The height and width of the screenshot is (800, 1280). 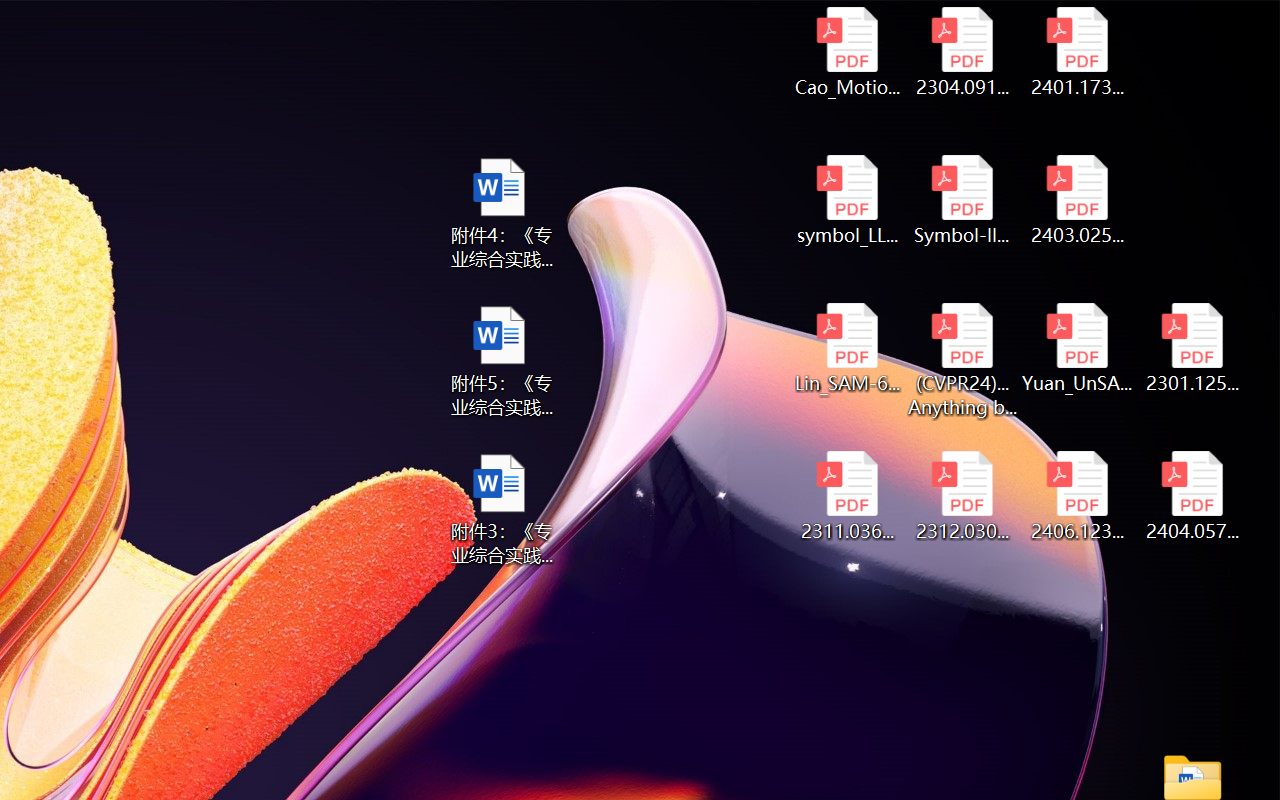 What do you see at coordinates (1076, 200) in the screenshot?
I see `'2403.02502v1.pdf'` at bounding box center [1076, 200].